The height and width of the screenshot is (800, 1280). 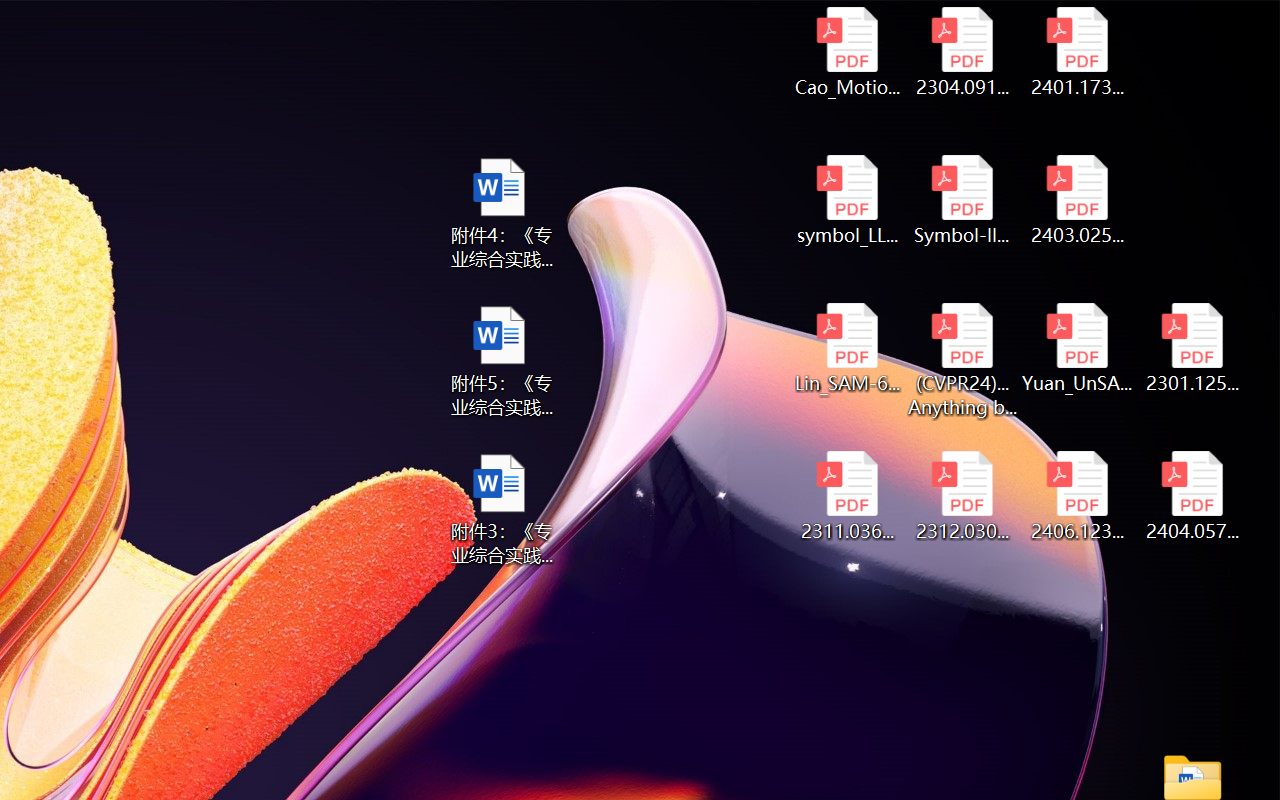 What do you see at coordinates (1076, 200) in the screenshot?
I see `'2403.02502v1.pdf'` at bounding box center [1076, 200].